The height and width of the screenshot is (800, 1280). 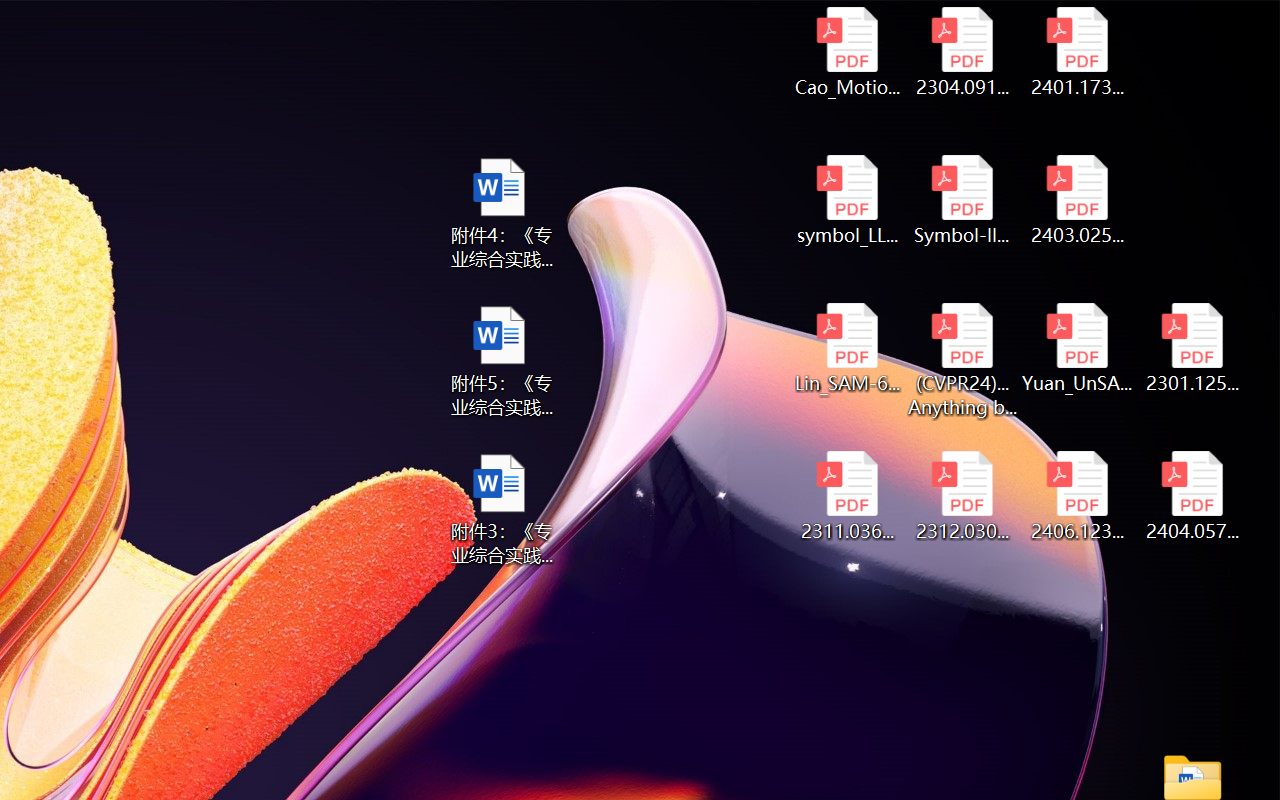 What do you see at coordinates (1076, 200) in the screenshot?
I see `'2403.02502v1.pdf'` at bounding box center [1076, 200].